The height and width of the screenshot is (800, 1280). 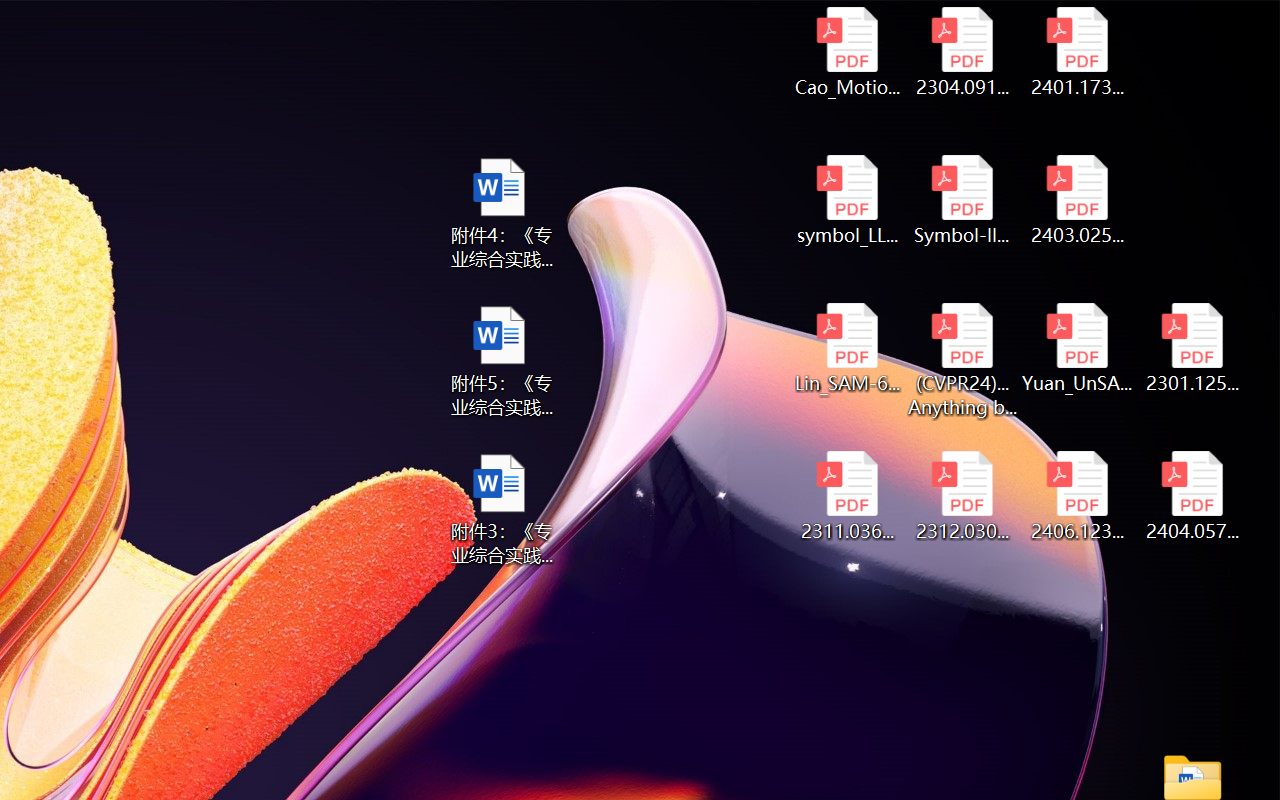 What do you see at coordinates (1076, 200) in the screenshot?
I see `'2403.02502v1.pdf'` at bounding box center [1076, 200].